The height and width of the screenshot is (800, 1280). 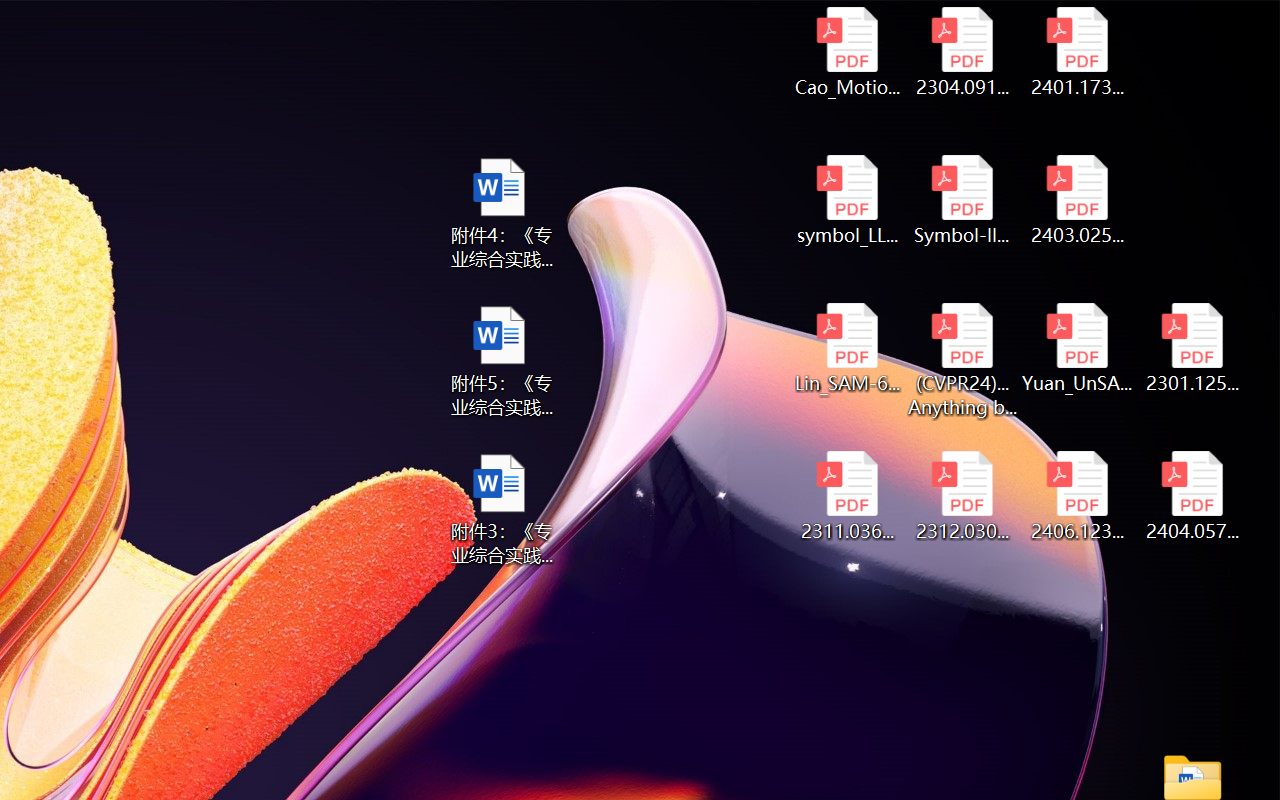 What do you see at coordinates (1076, 200) in the screenshot?
I see `'2403.02502v1.pdf'` at bounding box center [1076, 200].